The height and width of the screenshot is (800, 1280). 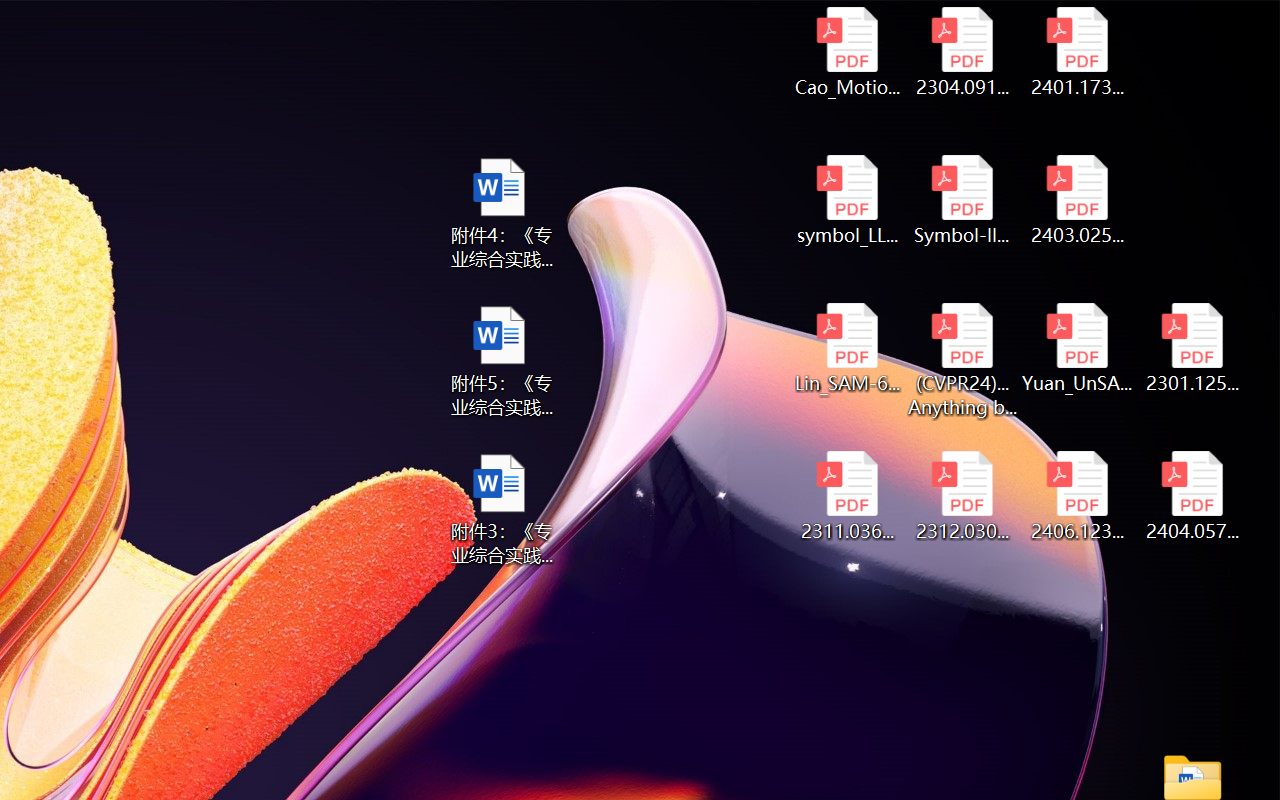 What do you see at coordinates (1076, 200) in the screenshot?
I see `'2403.02502v1.pdf'` at bounding box center [1076, 200].